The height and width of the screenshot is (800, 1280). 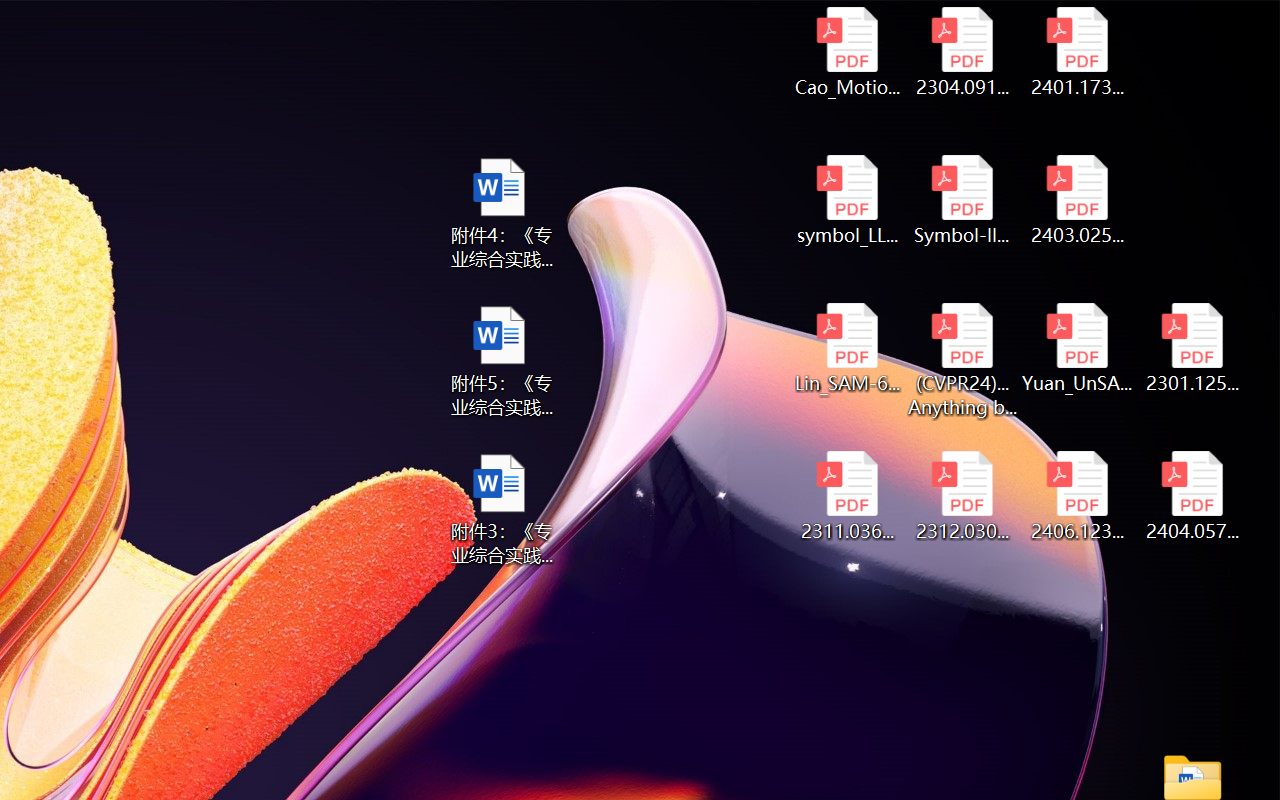 What do you see at coordinates (1076, 200) in the screenshot?
I see `'2403.02502v1.pdf'` at bounding box center [1076, 200].